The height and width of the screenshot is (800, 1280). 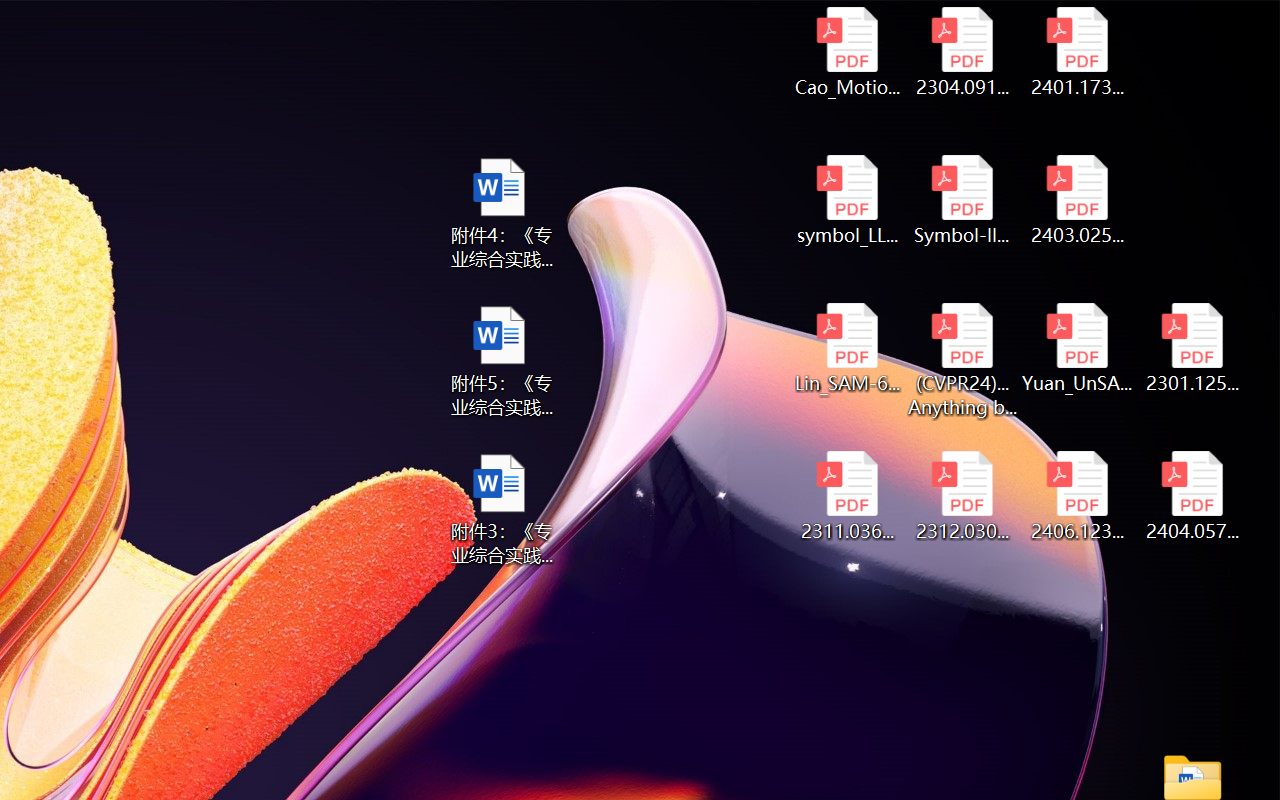 What do you see at coordinates (1076, 200) in the screenshot?
I see `'2403.02502v1.pdf'` at bounding box center [1076, 200].